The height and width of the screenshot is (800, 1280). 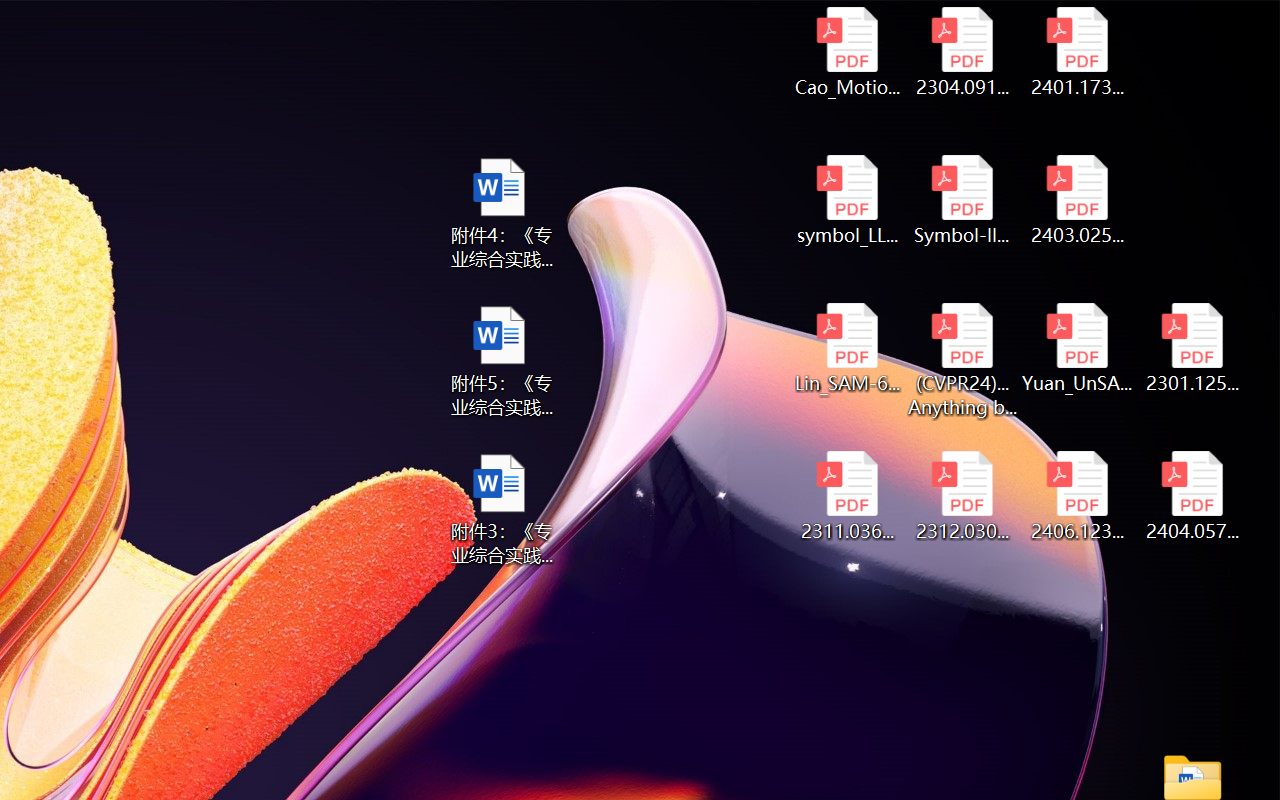 What do you see at coordinates (1076, 200) in the screenshot?
I see `'2403.02502v1.pdf'` at bounding box center [1076, 200].